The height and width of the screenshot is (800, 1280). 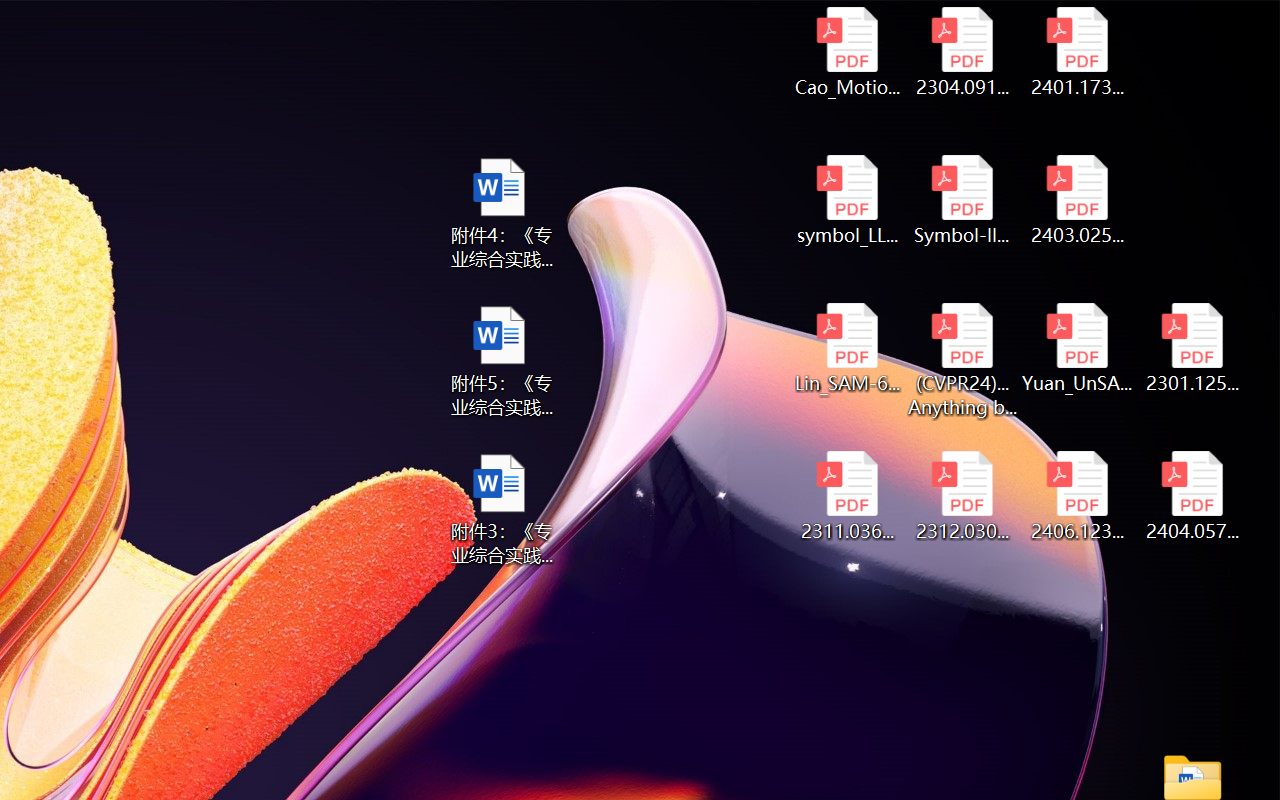 What do you see at coordinates (1076, 200) in the screenshot?
I see `'2403.02502v1.pdf'` at bounding box center [1076, 200].